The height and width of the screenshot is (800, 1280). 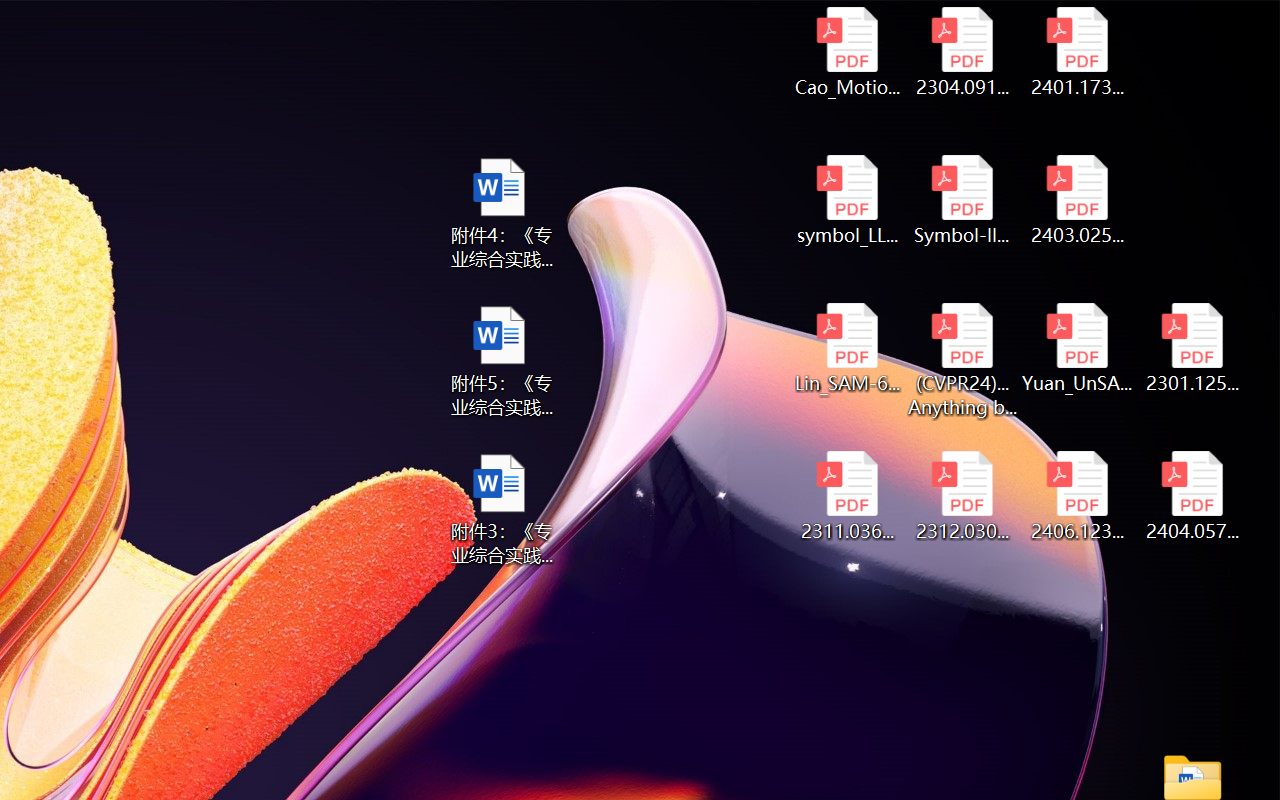 What do you see at coordinates (1076, 200) in the screenshot?
I see `'2403.02502v1.pdf'` at bounding box center [1076, 200].